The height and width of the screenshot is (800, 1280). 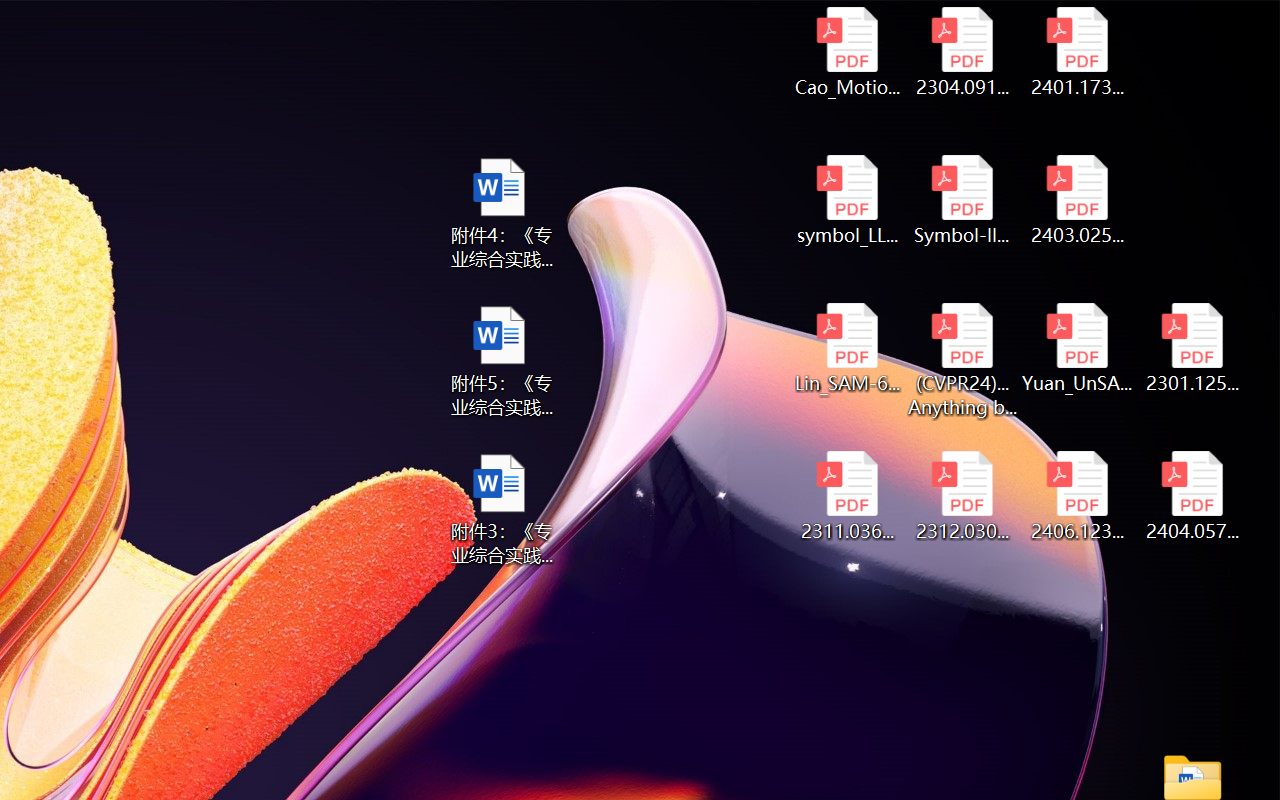 What do you see at coordinates (1076, 200) in the screenshot?
I see `'2403.02502v1.pdf'` at bounding box center [1076, 200].